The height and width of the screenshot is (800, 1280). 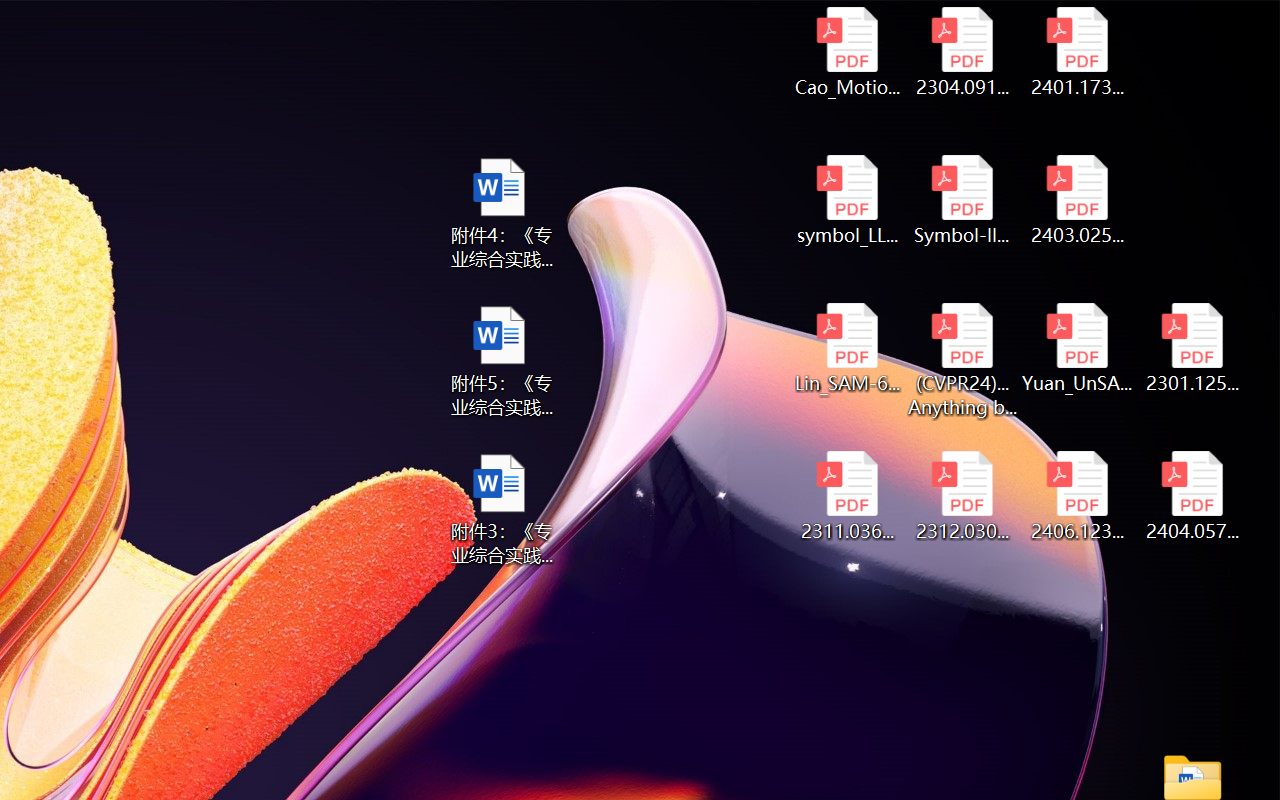 What do you see at coordinates (1076, 200) in the screenshot?
I see `'2403.02502v1.pdf'` at bounding box center [1076, 200].